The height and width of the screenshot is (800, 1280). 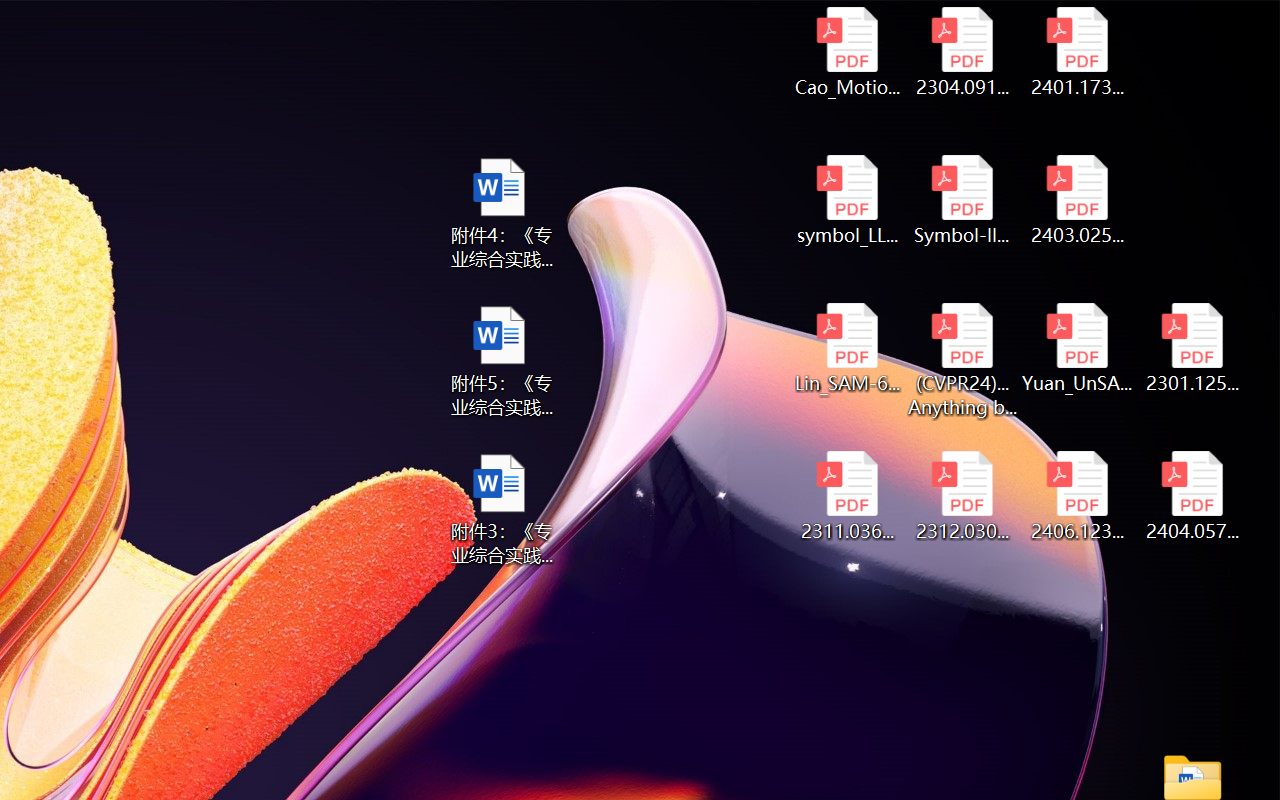 What do you see at coordinates (1076, 200) in the screenshot?
I see `'2403.02502v1.pdf'` at bounding box center [1076, 200].